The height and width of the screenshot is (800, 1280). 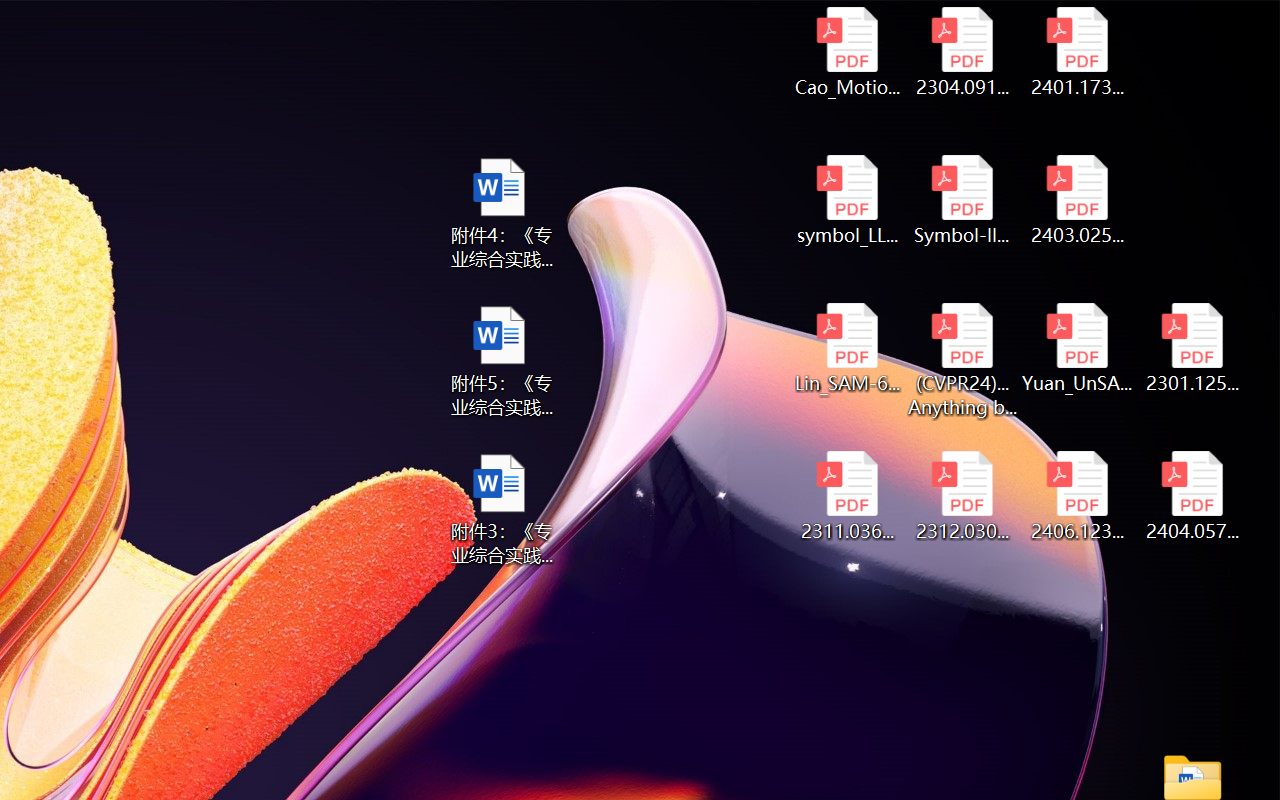 What do you see at coordinates (1076, 200) in the screenshot?
I see `'2403.02502v1.pdf'` at bounding box center [1076, 200].